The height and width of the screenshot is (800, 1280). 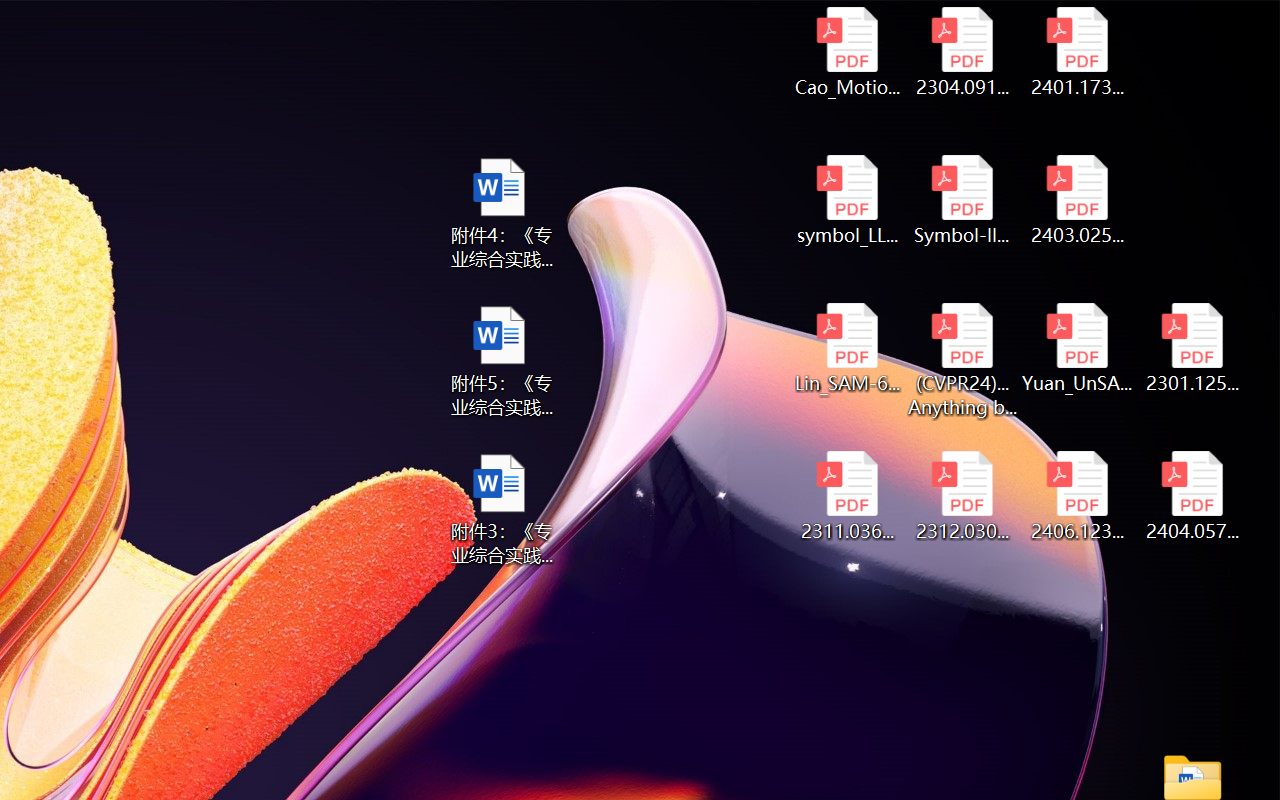 What do you see at coordinates (1076, 200) in the screenshot?
I see `'2403.02502v1.pdf'` at bounding box center [1076, 200].